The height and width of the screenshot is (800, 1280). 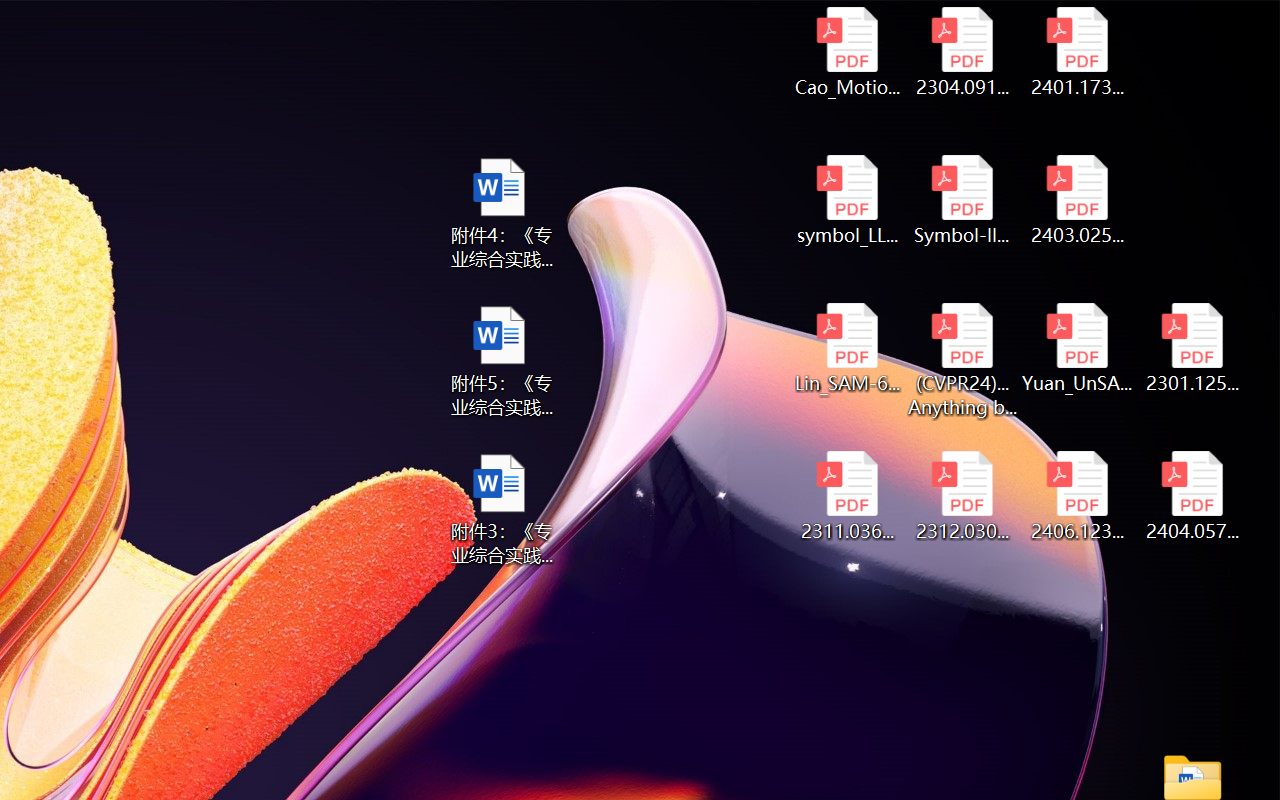 What do you see at coordinates (1076, 200) in the screenshot?
I see `'2403.02502v1.pdf'` at bounding box center [1076, 200].